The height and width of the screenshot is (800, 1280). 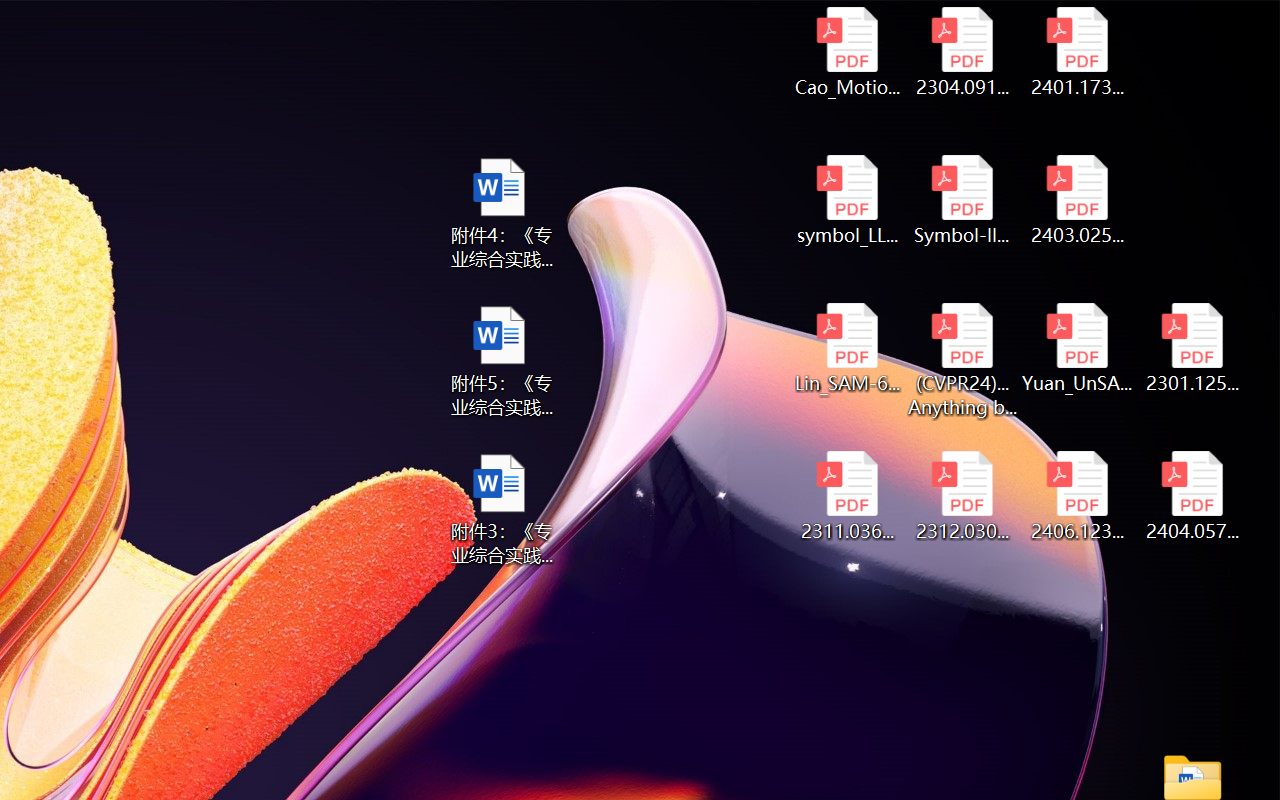 What do you see at coordinates (1076, 200) in the screenshot?
I see `'2403.02502v1.pdf'` at bounding box center [1076, 200].